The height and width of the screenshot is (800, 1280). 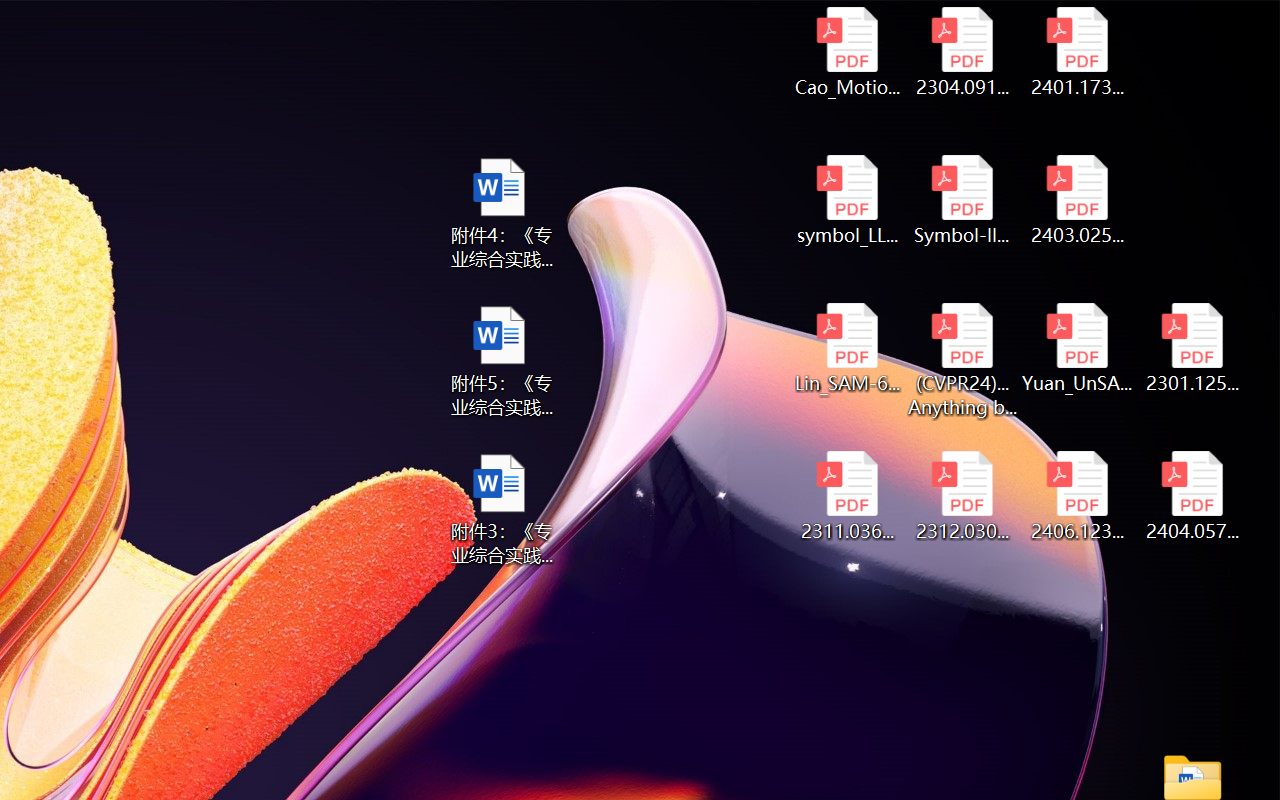 What do you see at coordinates (1076, 200) in the screenshot?
I see `'2403.02502v1.pdf'` at bounding box center [1076, 200].